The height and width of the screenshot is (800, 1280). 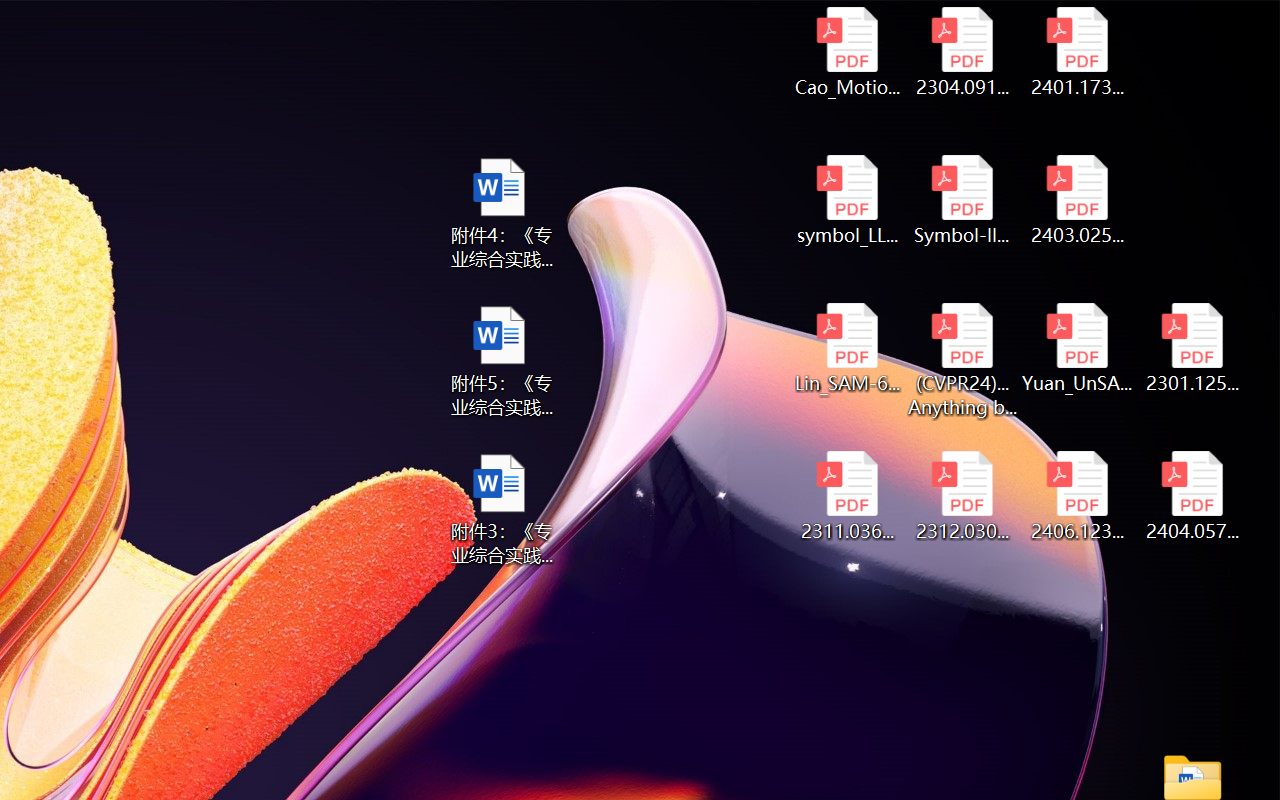 What do you see at coordinates (1076, 200) in the screenshot?
I see `'2403.02502v1.pdf'` at bounding box center [1076, 200].